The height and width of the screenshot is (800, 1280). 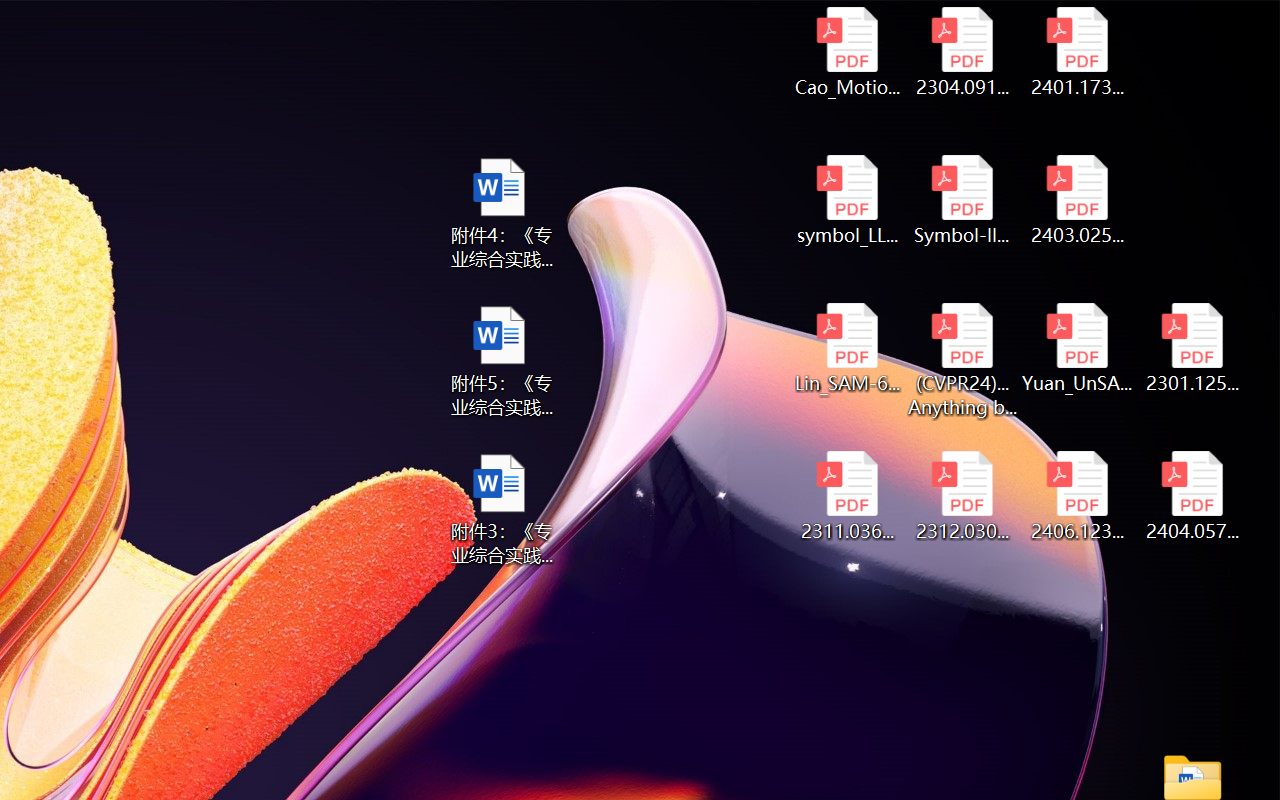 What do you see at coordinates (1076, 200) in the screenshot?
I see `'2403.02502v1.pdf'` at bounding box center [1076, 200].